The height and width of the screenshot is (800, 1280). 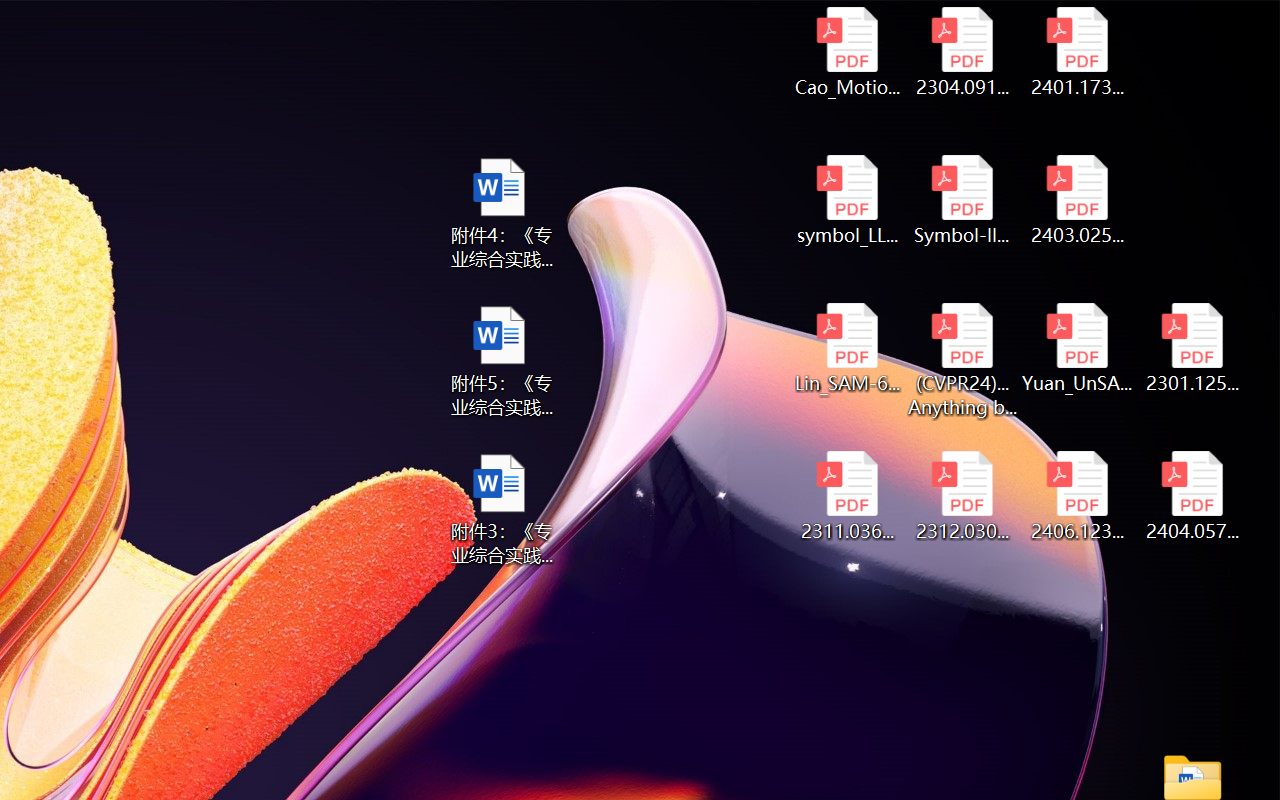 What do you see at coordinates (1076, 200) in the screenshot?
I see `'2403.02502v1.pdf'` at bounding box center [1076, 200].